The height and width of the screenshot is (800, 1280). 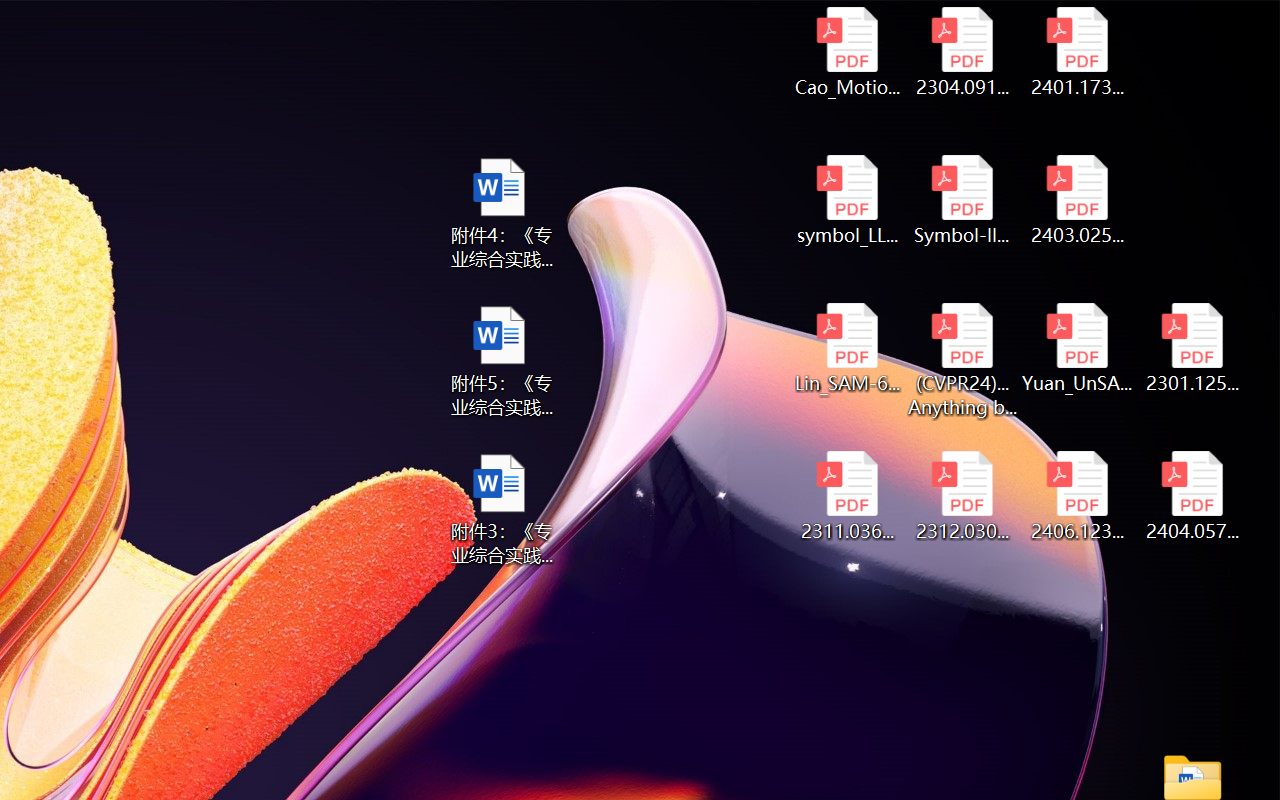 What do you see at coordinates (1076, 200) in the screenshot?
I see `'2403.02502v1.pdf'` at bounding box center [1076, 200].